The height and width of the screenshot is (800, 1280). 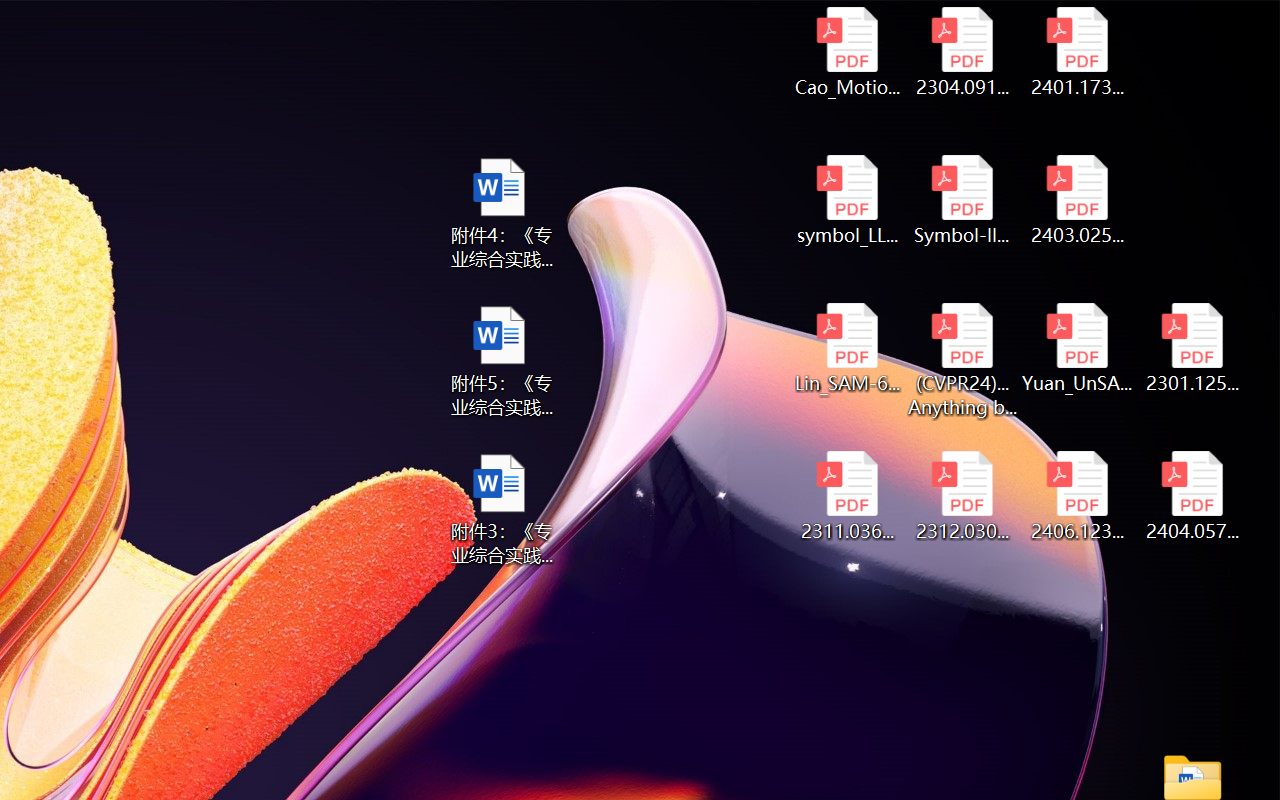 What do you see at coordinates (1076, 200) in the screenshot?
I see `'2403.02502v1.pdf'` at bounding box center [1076, 200].